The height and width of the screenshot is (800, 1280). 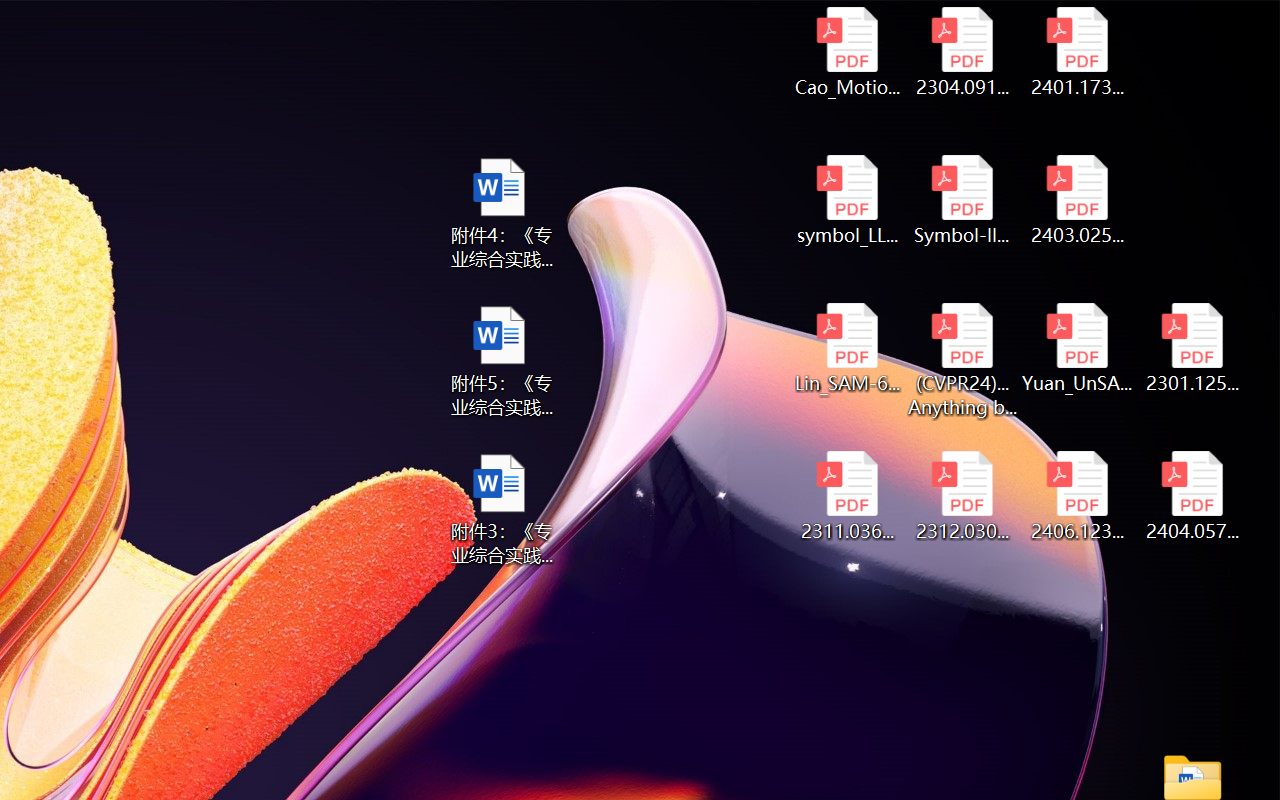 What do you see at coordinates (1076, 200) in the screenshot?
I see `'2403.02502v1.pdf'` at bounding box center [1076, 200].